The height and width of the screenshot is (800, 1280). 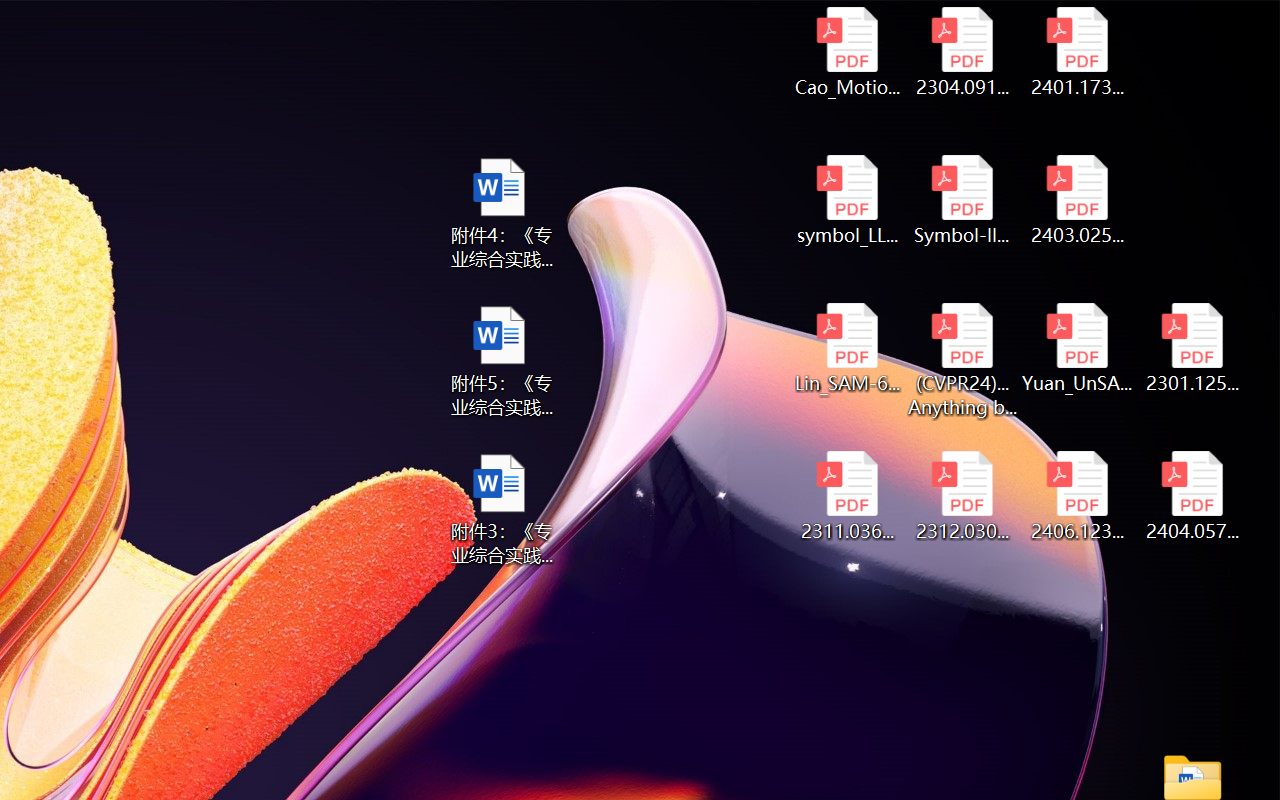 What do you see at coordinates (1076, 200) in the screenshot?
I see `'2403.02502v1.pdf'` at bounding box center [1076, 200].